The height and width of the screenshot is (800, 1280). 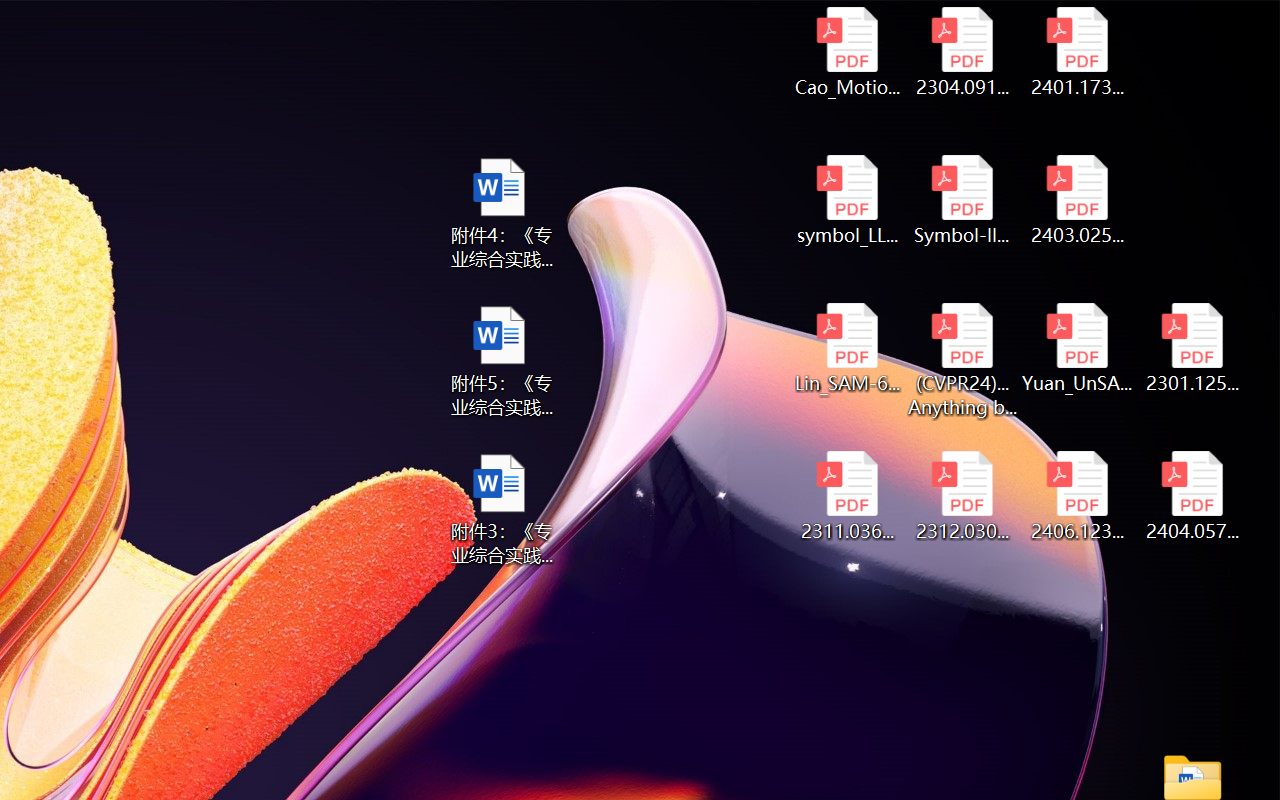 What do you see at coordinates (1076, 200) in the screenshot?
I see `'2403.02502v1.pdf'` at bounding box center [1076, 200].